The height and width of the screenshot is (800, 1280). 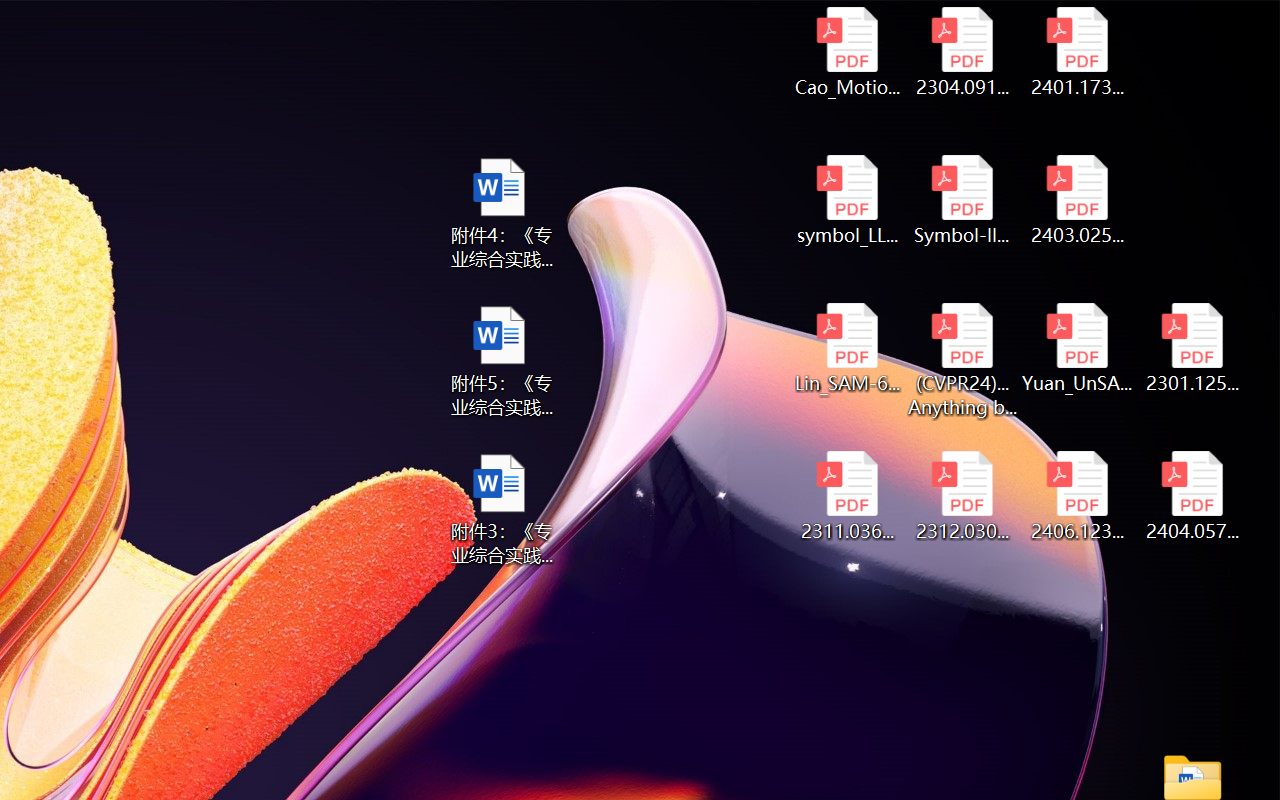 What do you see at coordinates (1076, 200) in the screenshot?
I see `'2403.02502v1.pdf'` at bounding box center [1076, 200].